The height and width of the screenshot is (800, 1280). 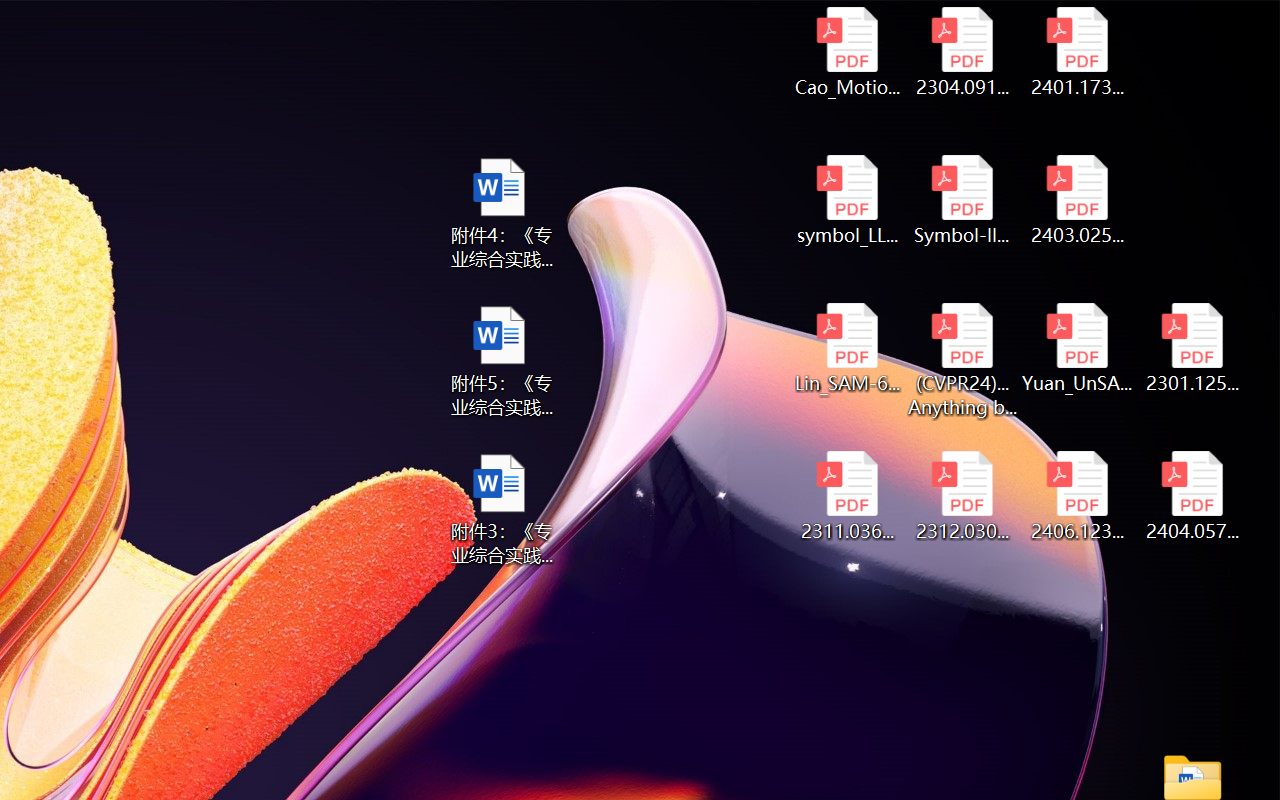 What do you see at coordinates (1076, 200) in the screenshot?
I see `'2403.02502v1.pdf'` at bounding box center [1076, 200].